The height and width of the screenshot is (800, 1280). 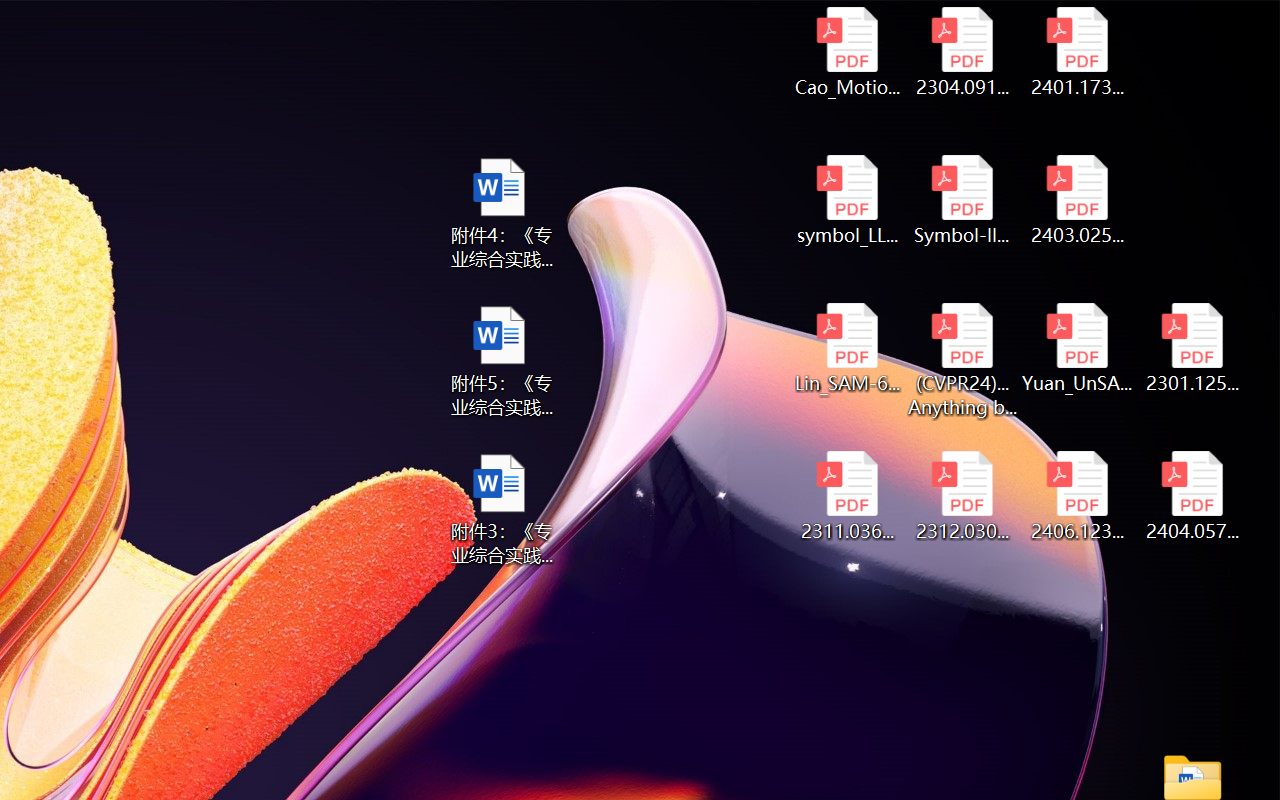 What do you see at coordinates (1076, 200) in the screenshot?
I see `'2403.02502v1.pdf'` at bounding box center [1076, 200].